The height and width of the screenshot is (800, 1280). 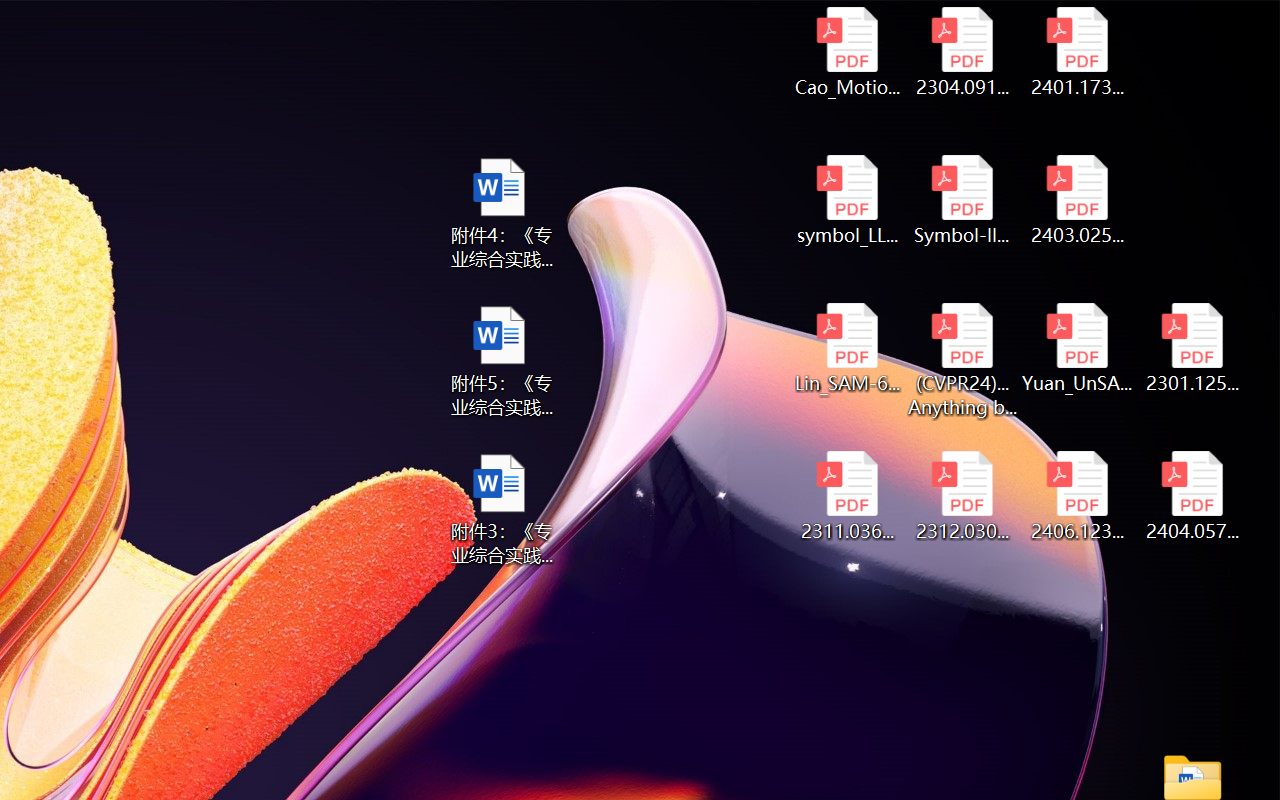 What do you see at coordinates (1076, 200) in the screenshot?
I see `'2403.02502v1.pdf'` at bounding box center [1076, 200].